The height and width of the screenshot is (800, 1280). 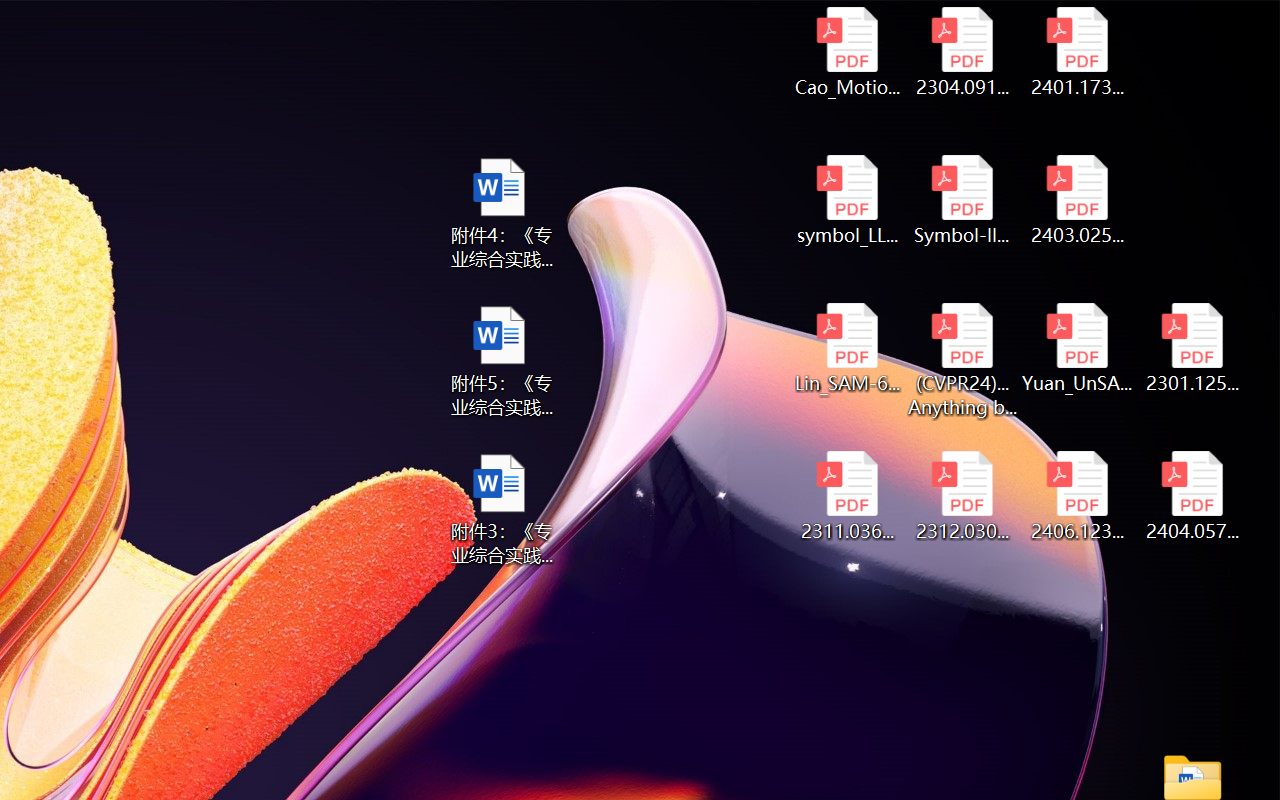 What do you see at coordinates (1076, 200) in the screenshot?
I see `'2403.02502v1.pdf'` at bounding box center [1076, 200].